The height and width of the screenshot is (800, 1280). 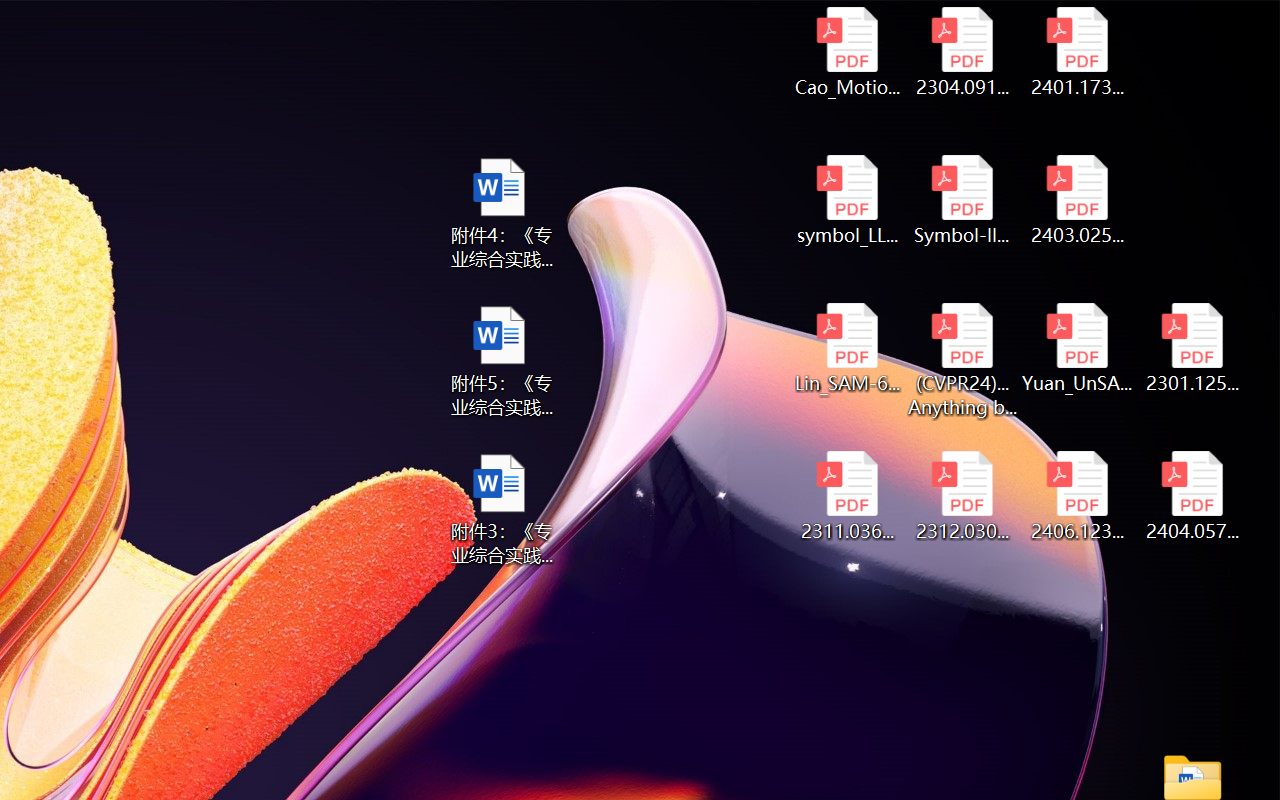 What do you see at coordinates (1076, 200) in the screenshot?
I see `'2403.02502v1.pdf'` at bounding box center [1076, 200].